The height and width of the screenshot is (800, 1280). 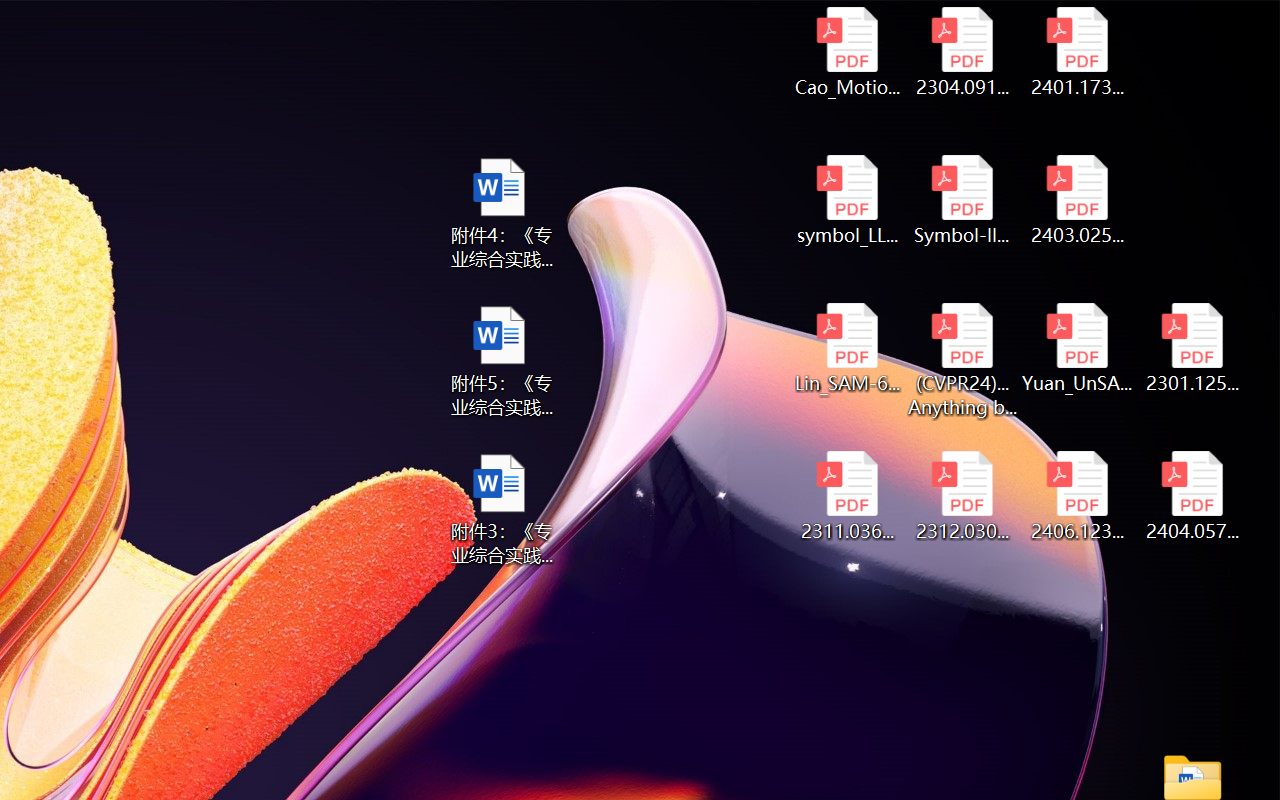 What do you see at coordinates (1076, 200) in the screenshot?
I see `'2403.02502v1.pdf'` at bounding box center [1076, 200].